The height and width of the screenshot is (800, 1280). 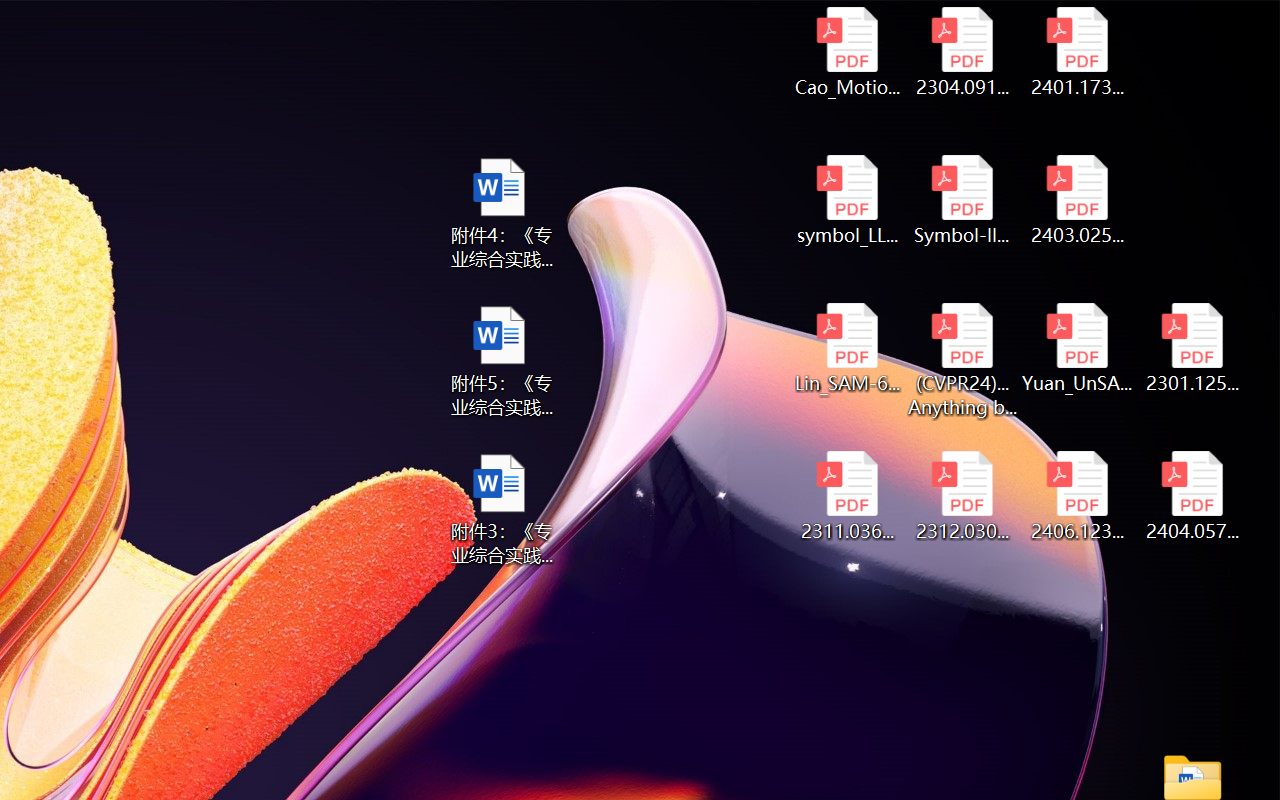 What do you see at coordinates (1076, 200) in the screenshot?
I see `'2403.02502v1.pdf'` at bounding box center [1076, 200].